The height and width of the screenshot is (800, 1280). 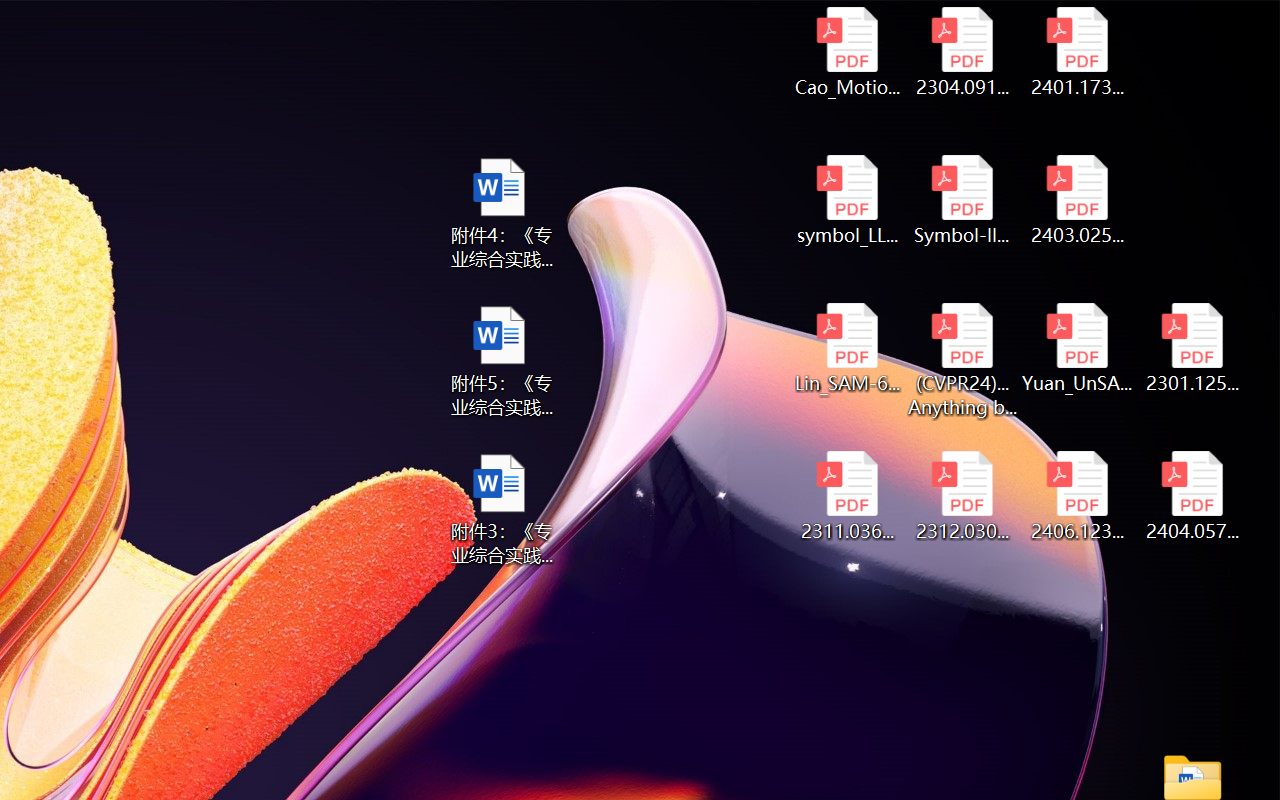 What do you see at coordinates (1076, 200) in the screenshot?
I see `'2403.02502v1.pdf'` at bounding box center [1076, 200].